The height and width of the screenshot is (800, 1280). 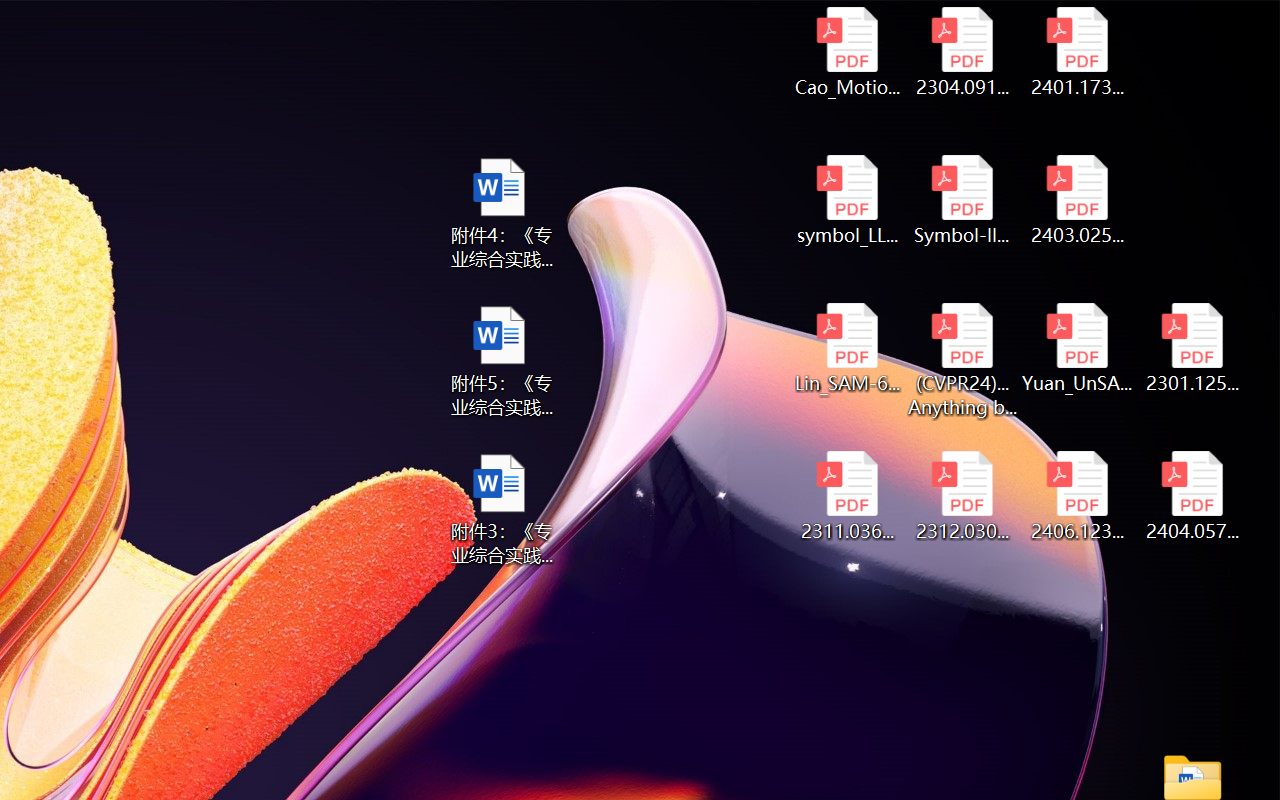 What do you see at coordinates (1076, 200) in the screenshot?
I see `'2403.02502v1.pdf'` at bounding box center [1076, 200].